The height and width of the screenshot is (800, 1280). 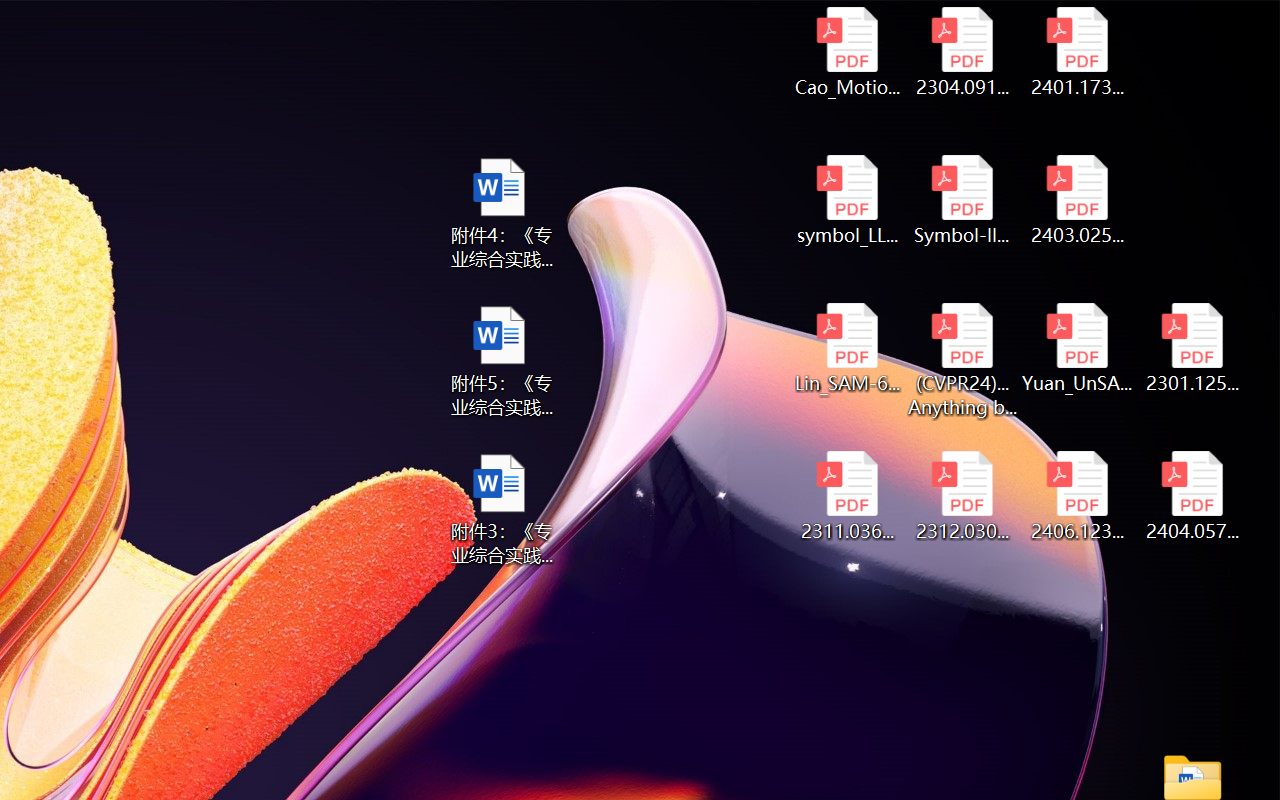 What do you see at coordinates (1076, 200) in the screenshot?
I see `'2403.02502v1.pdf'` at bounding box center [1076, 200].